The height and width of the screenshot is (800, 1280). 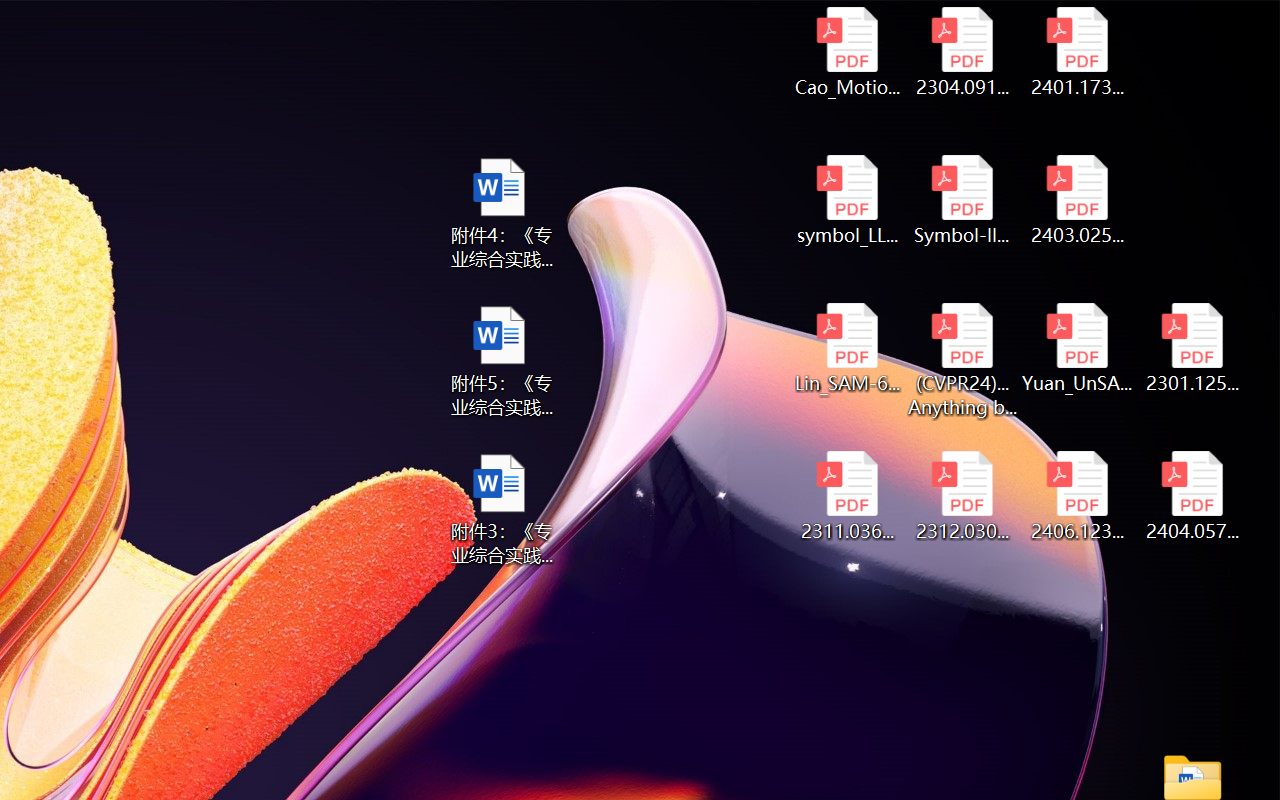 What do you see at coordinates (1076, 200) in the screenshot?
I see `'2403.02502v1.pdf'` at bounding box center [1076, 200].